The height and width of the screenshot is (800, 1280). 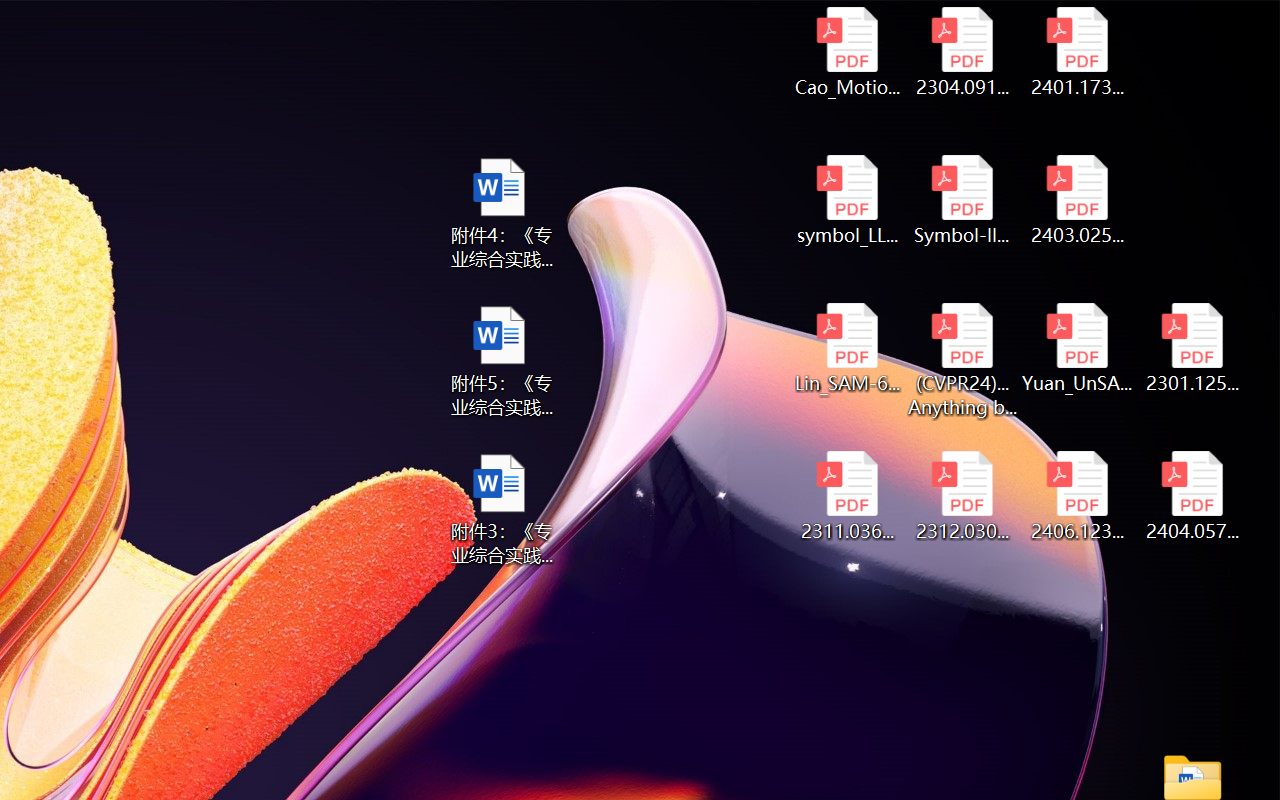 What do you see at coordinates (1076, 200) in the screenshot?
I see `'2403.02502v1.pdf'` at bounding box center [1076, 200].